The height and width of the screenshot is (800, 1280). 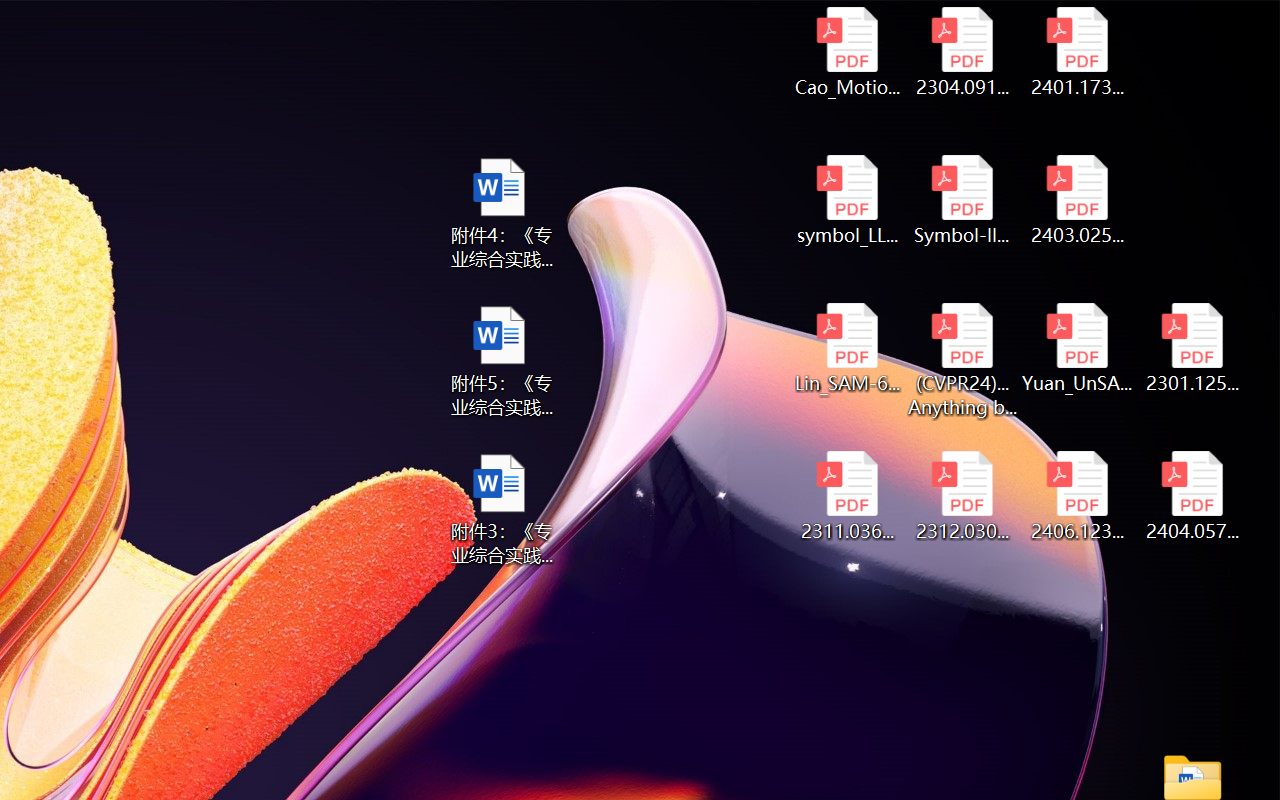 What do you see at coordinates (1076, 200) in the screenshot?
I see `'2403.02502v1.pdf'` at bounding box center [1076, 200].